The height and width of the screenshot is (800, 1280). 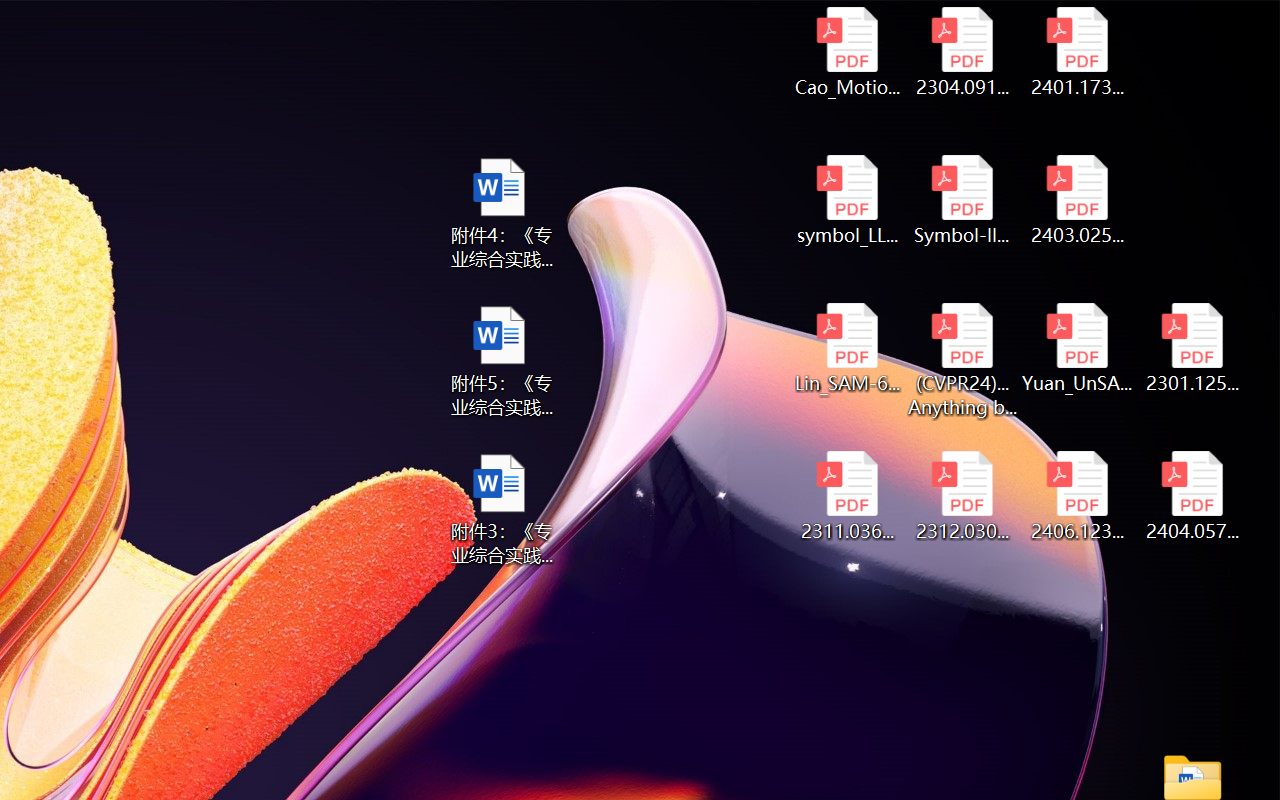 What do you see at coordinates (1076, 200) in the screenshot?
I see `'2403.02502v1.pdf'` at bounding box center [1076, 200].